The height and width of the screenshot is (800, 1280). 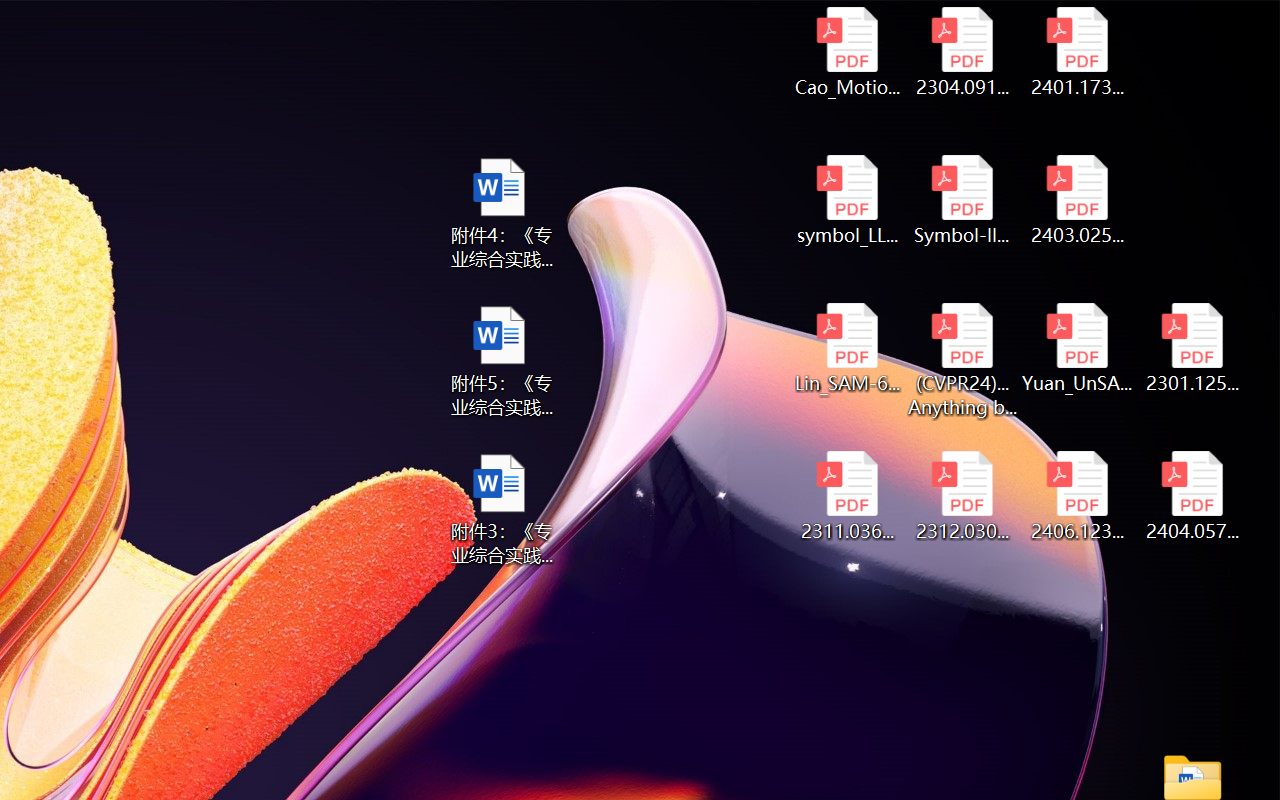 What do you see at coordinates (1076, 200) in the screenshot?
I see `'2403.02502v1.pdf'` at bounding box center [1076, 200].